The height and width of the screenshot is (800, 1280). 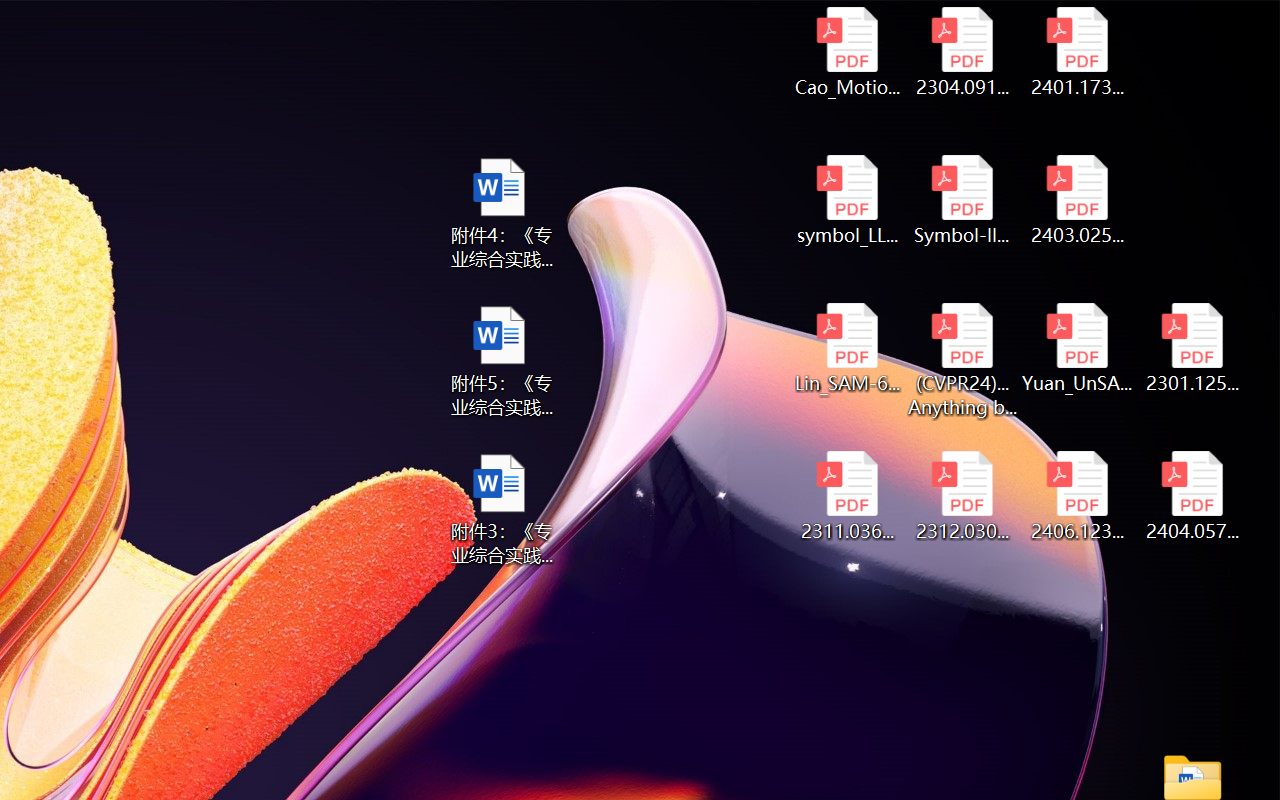 What do you see at coordinates (1076, 200) in the screenshot?
I see `'2403.02502v1.pdf'` at bounding box center [1076, 200].